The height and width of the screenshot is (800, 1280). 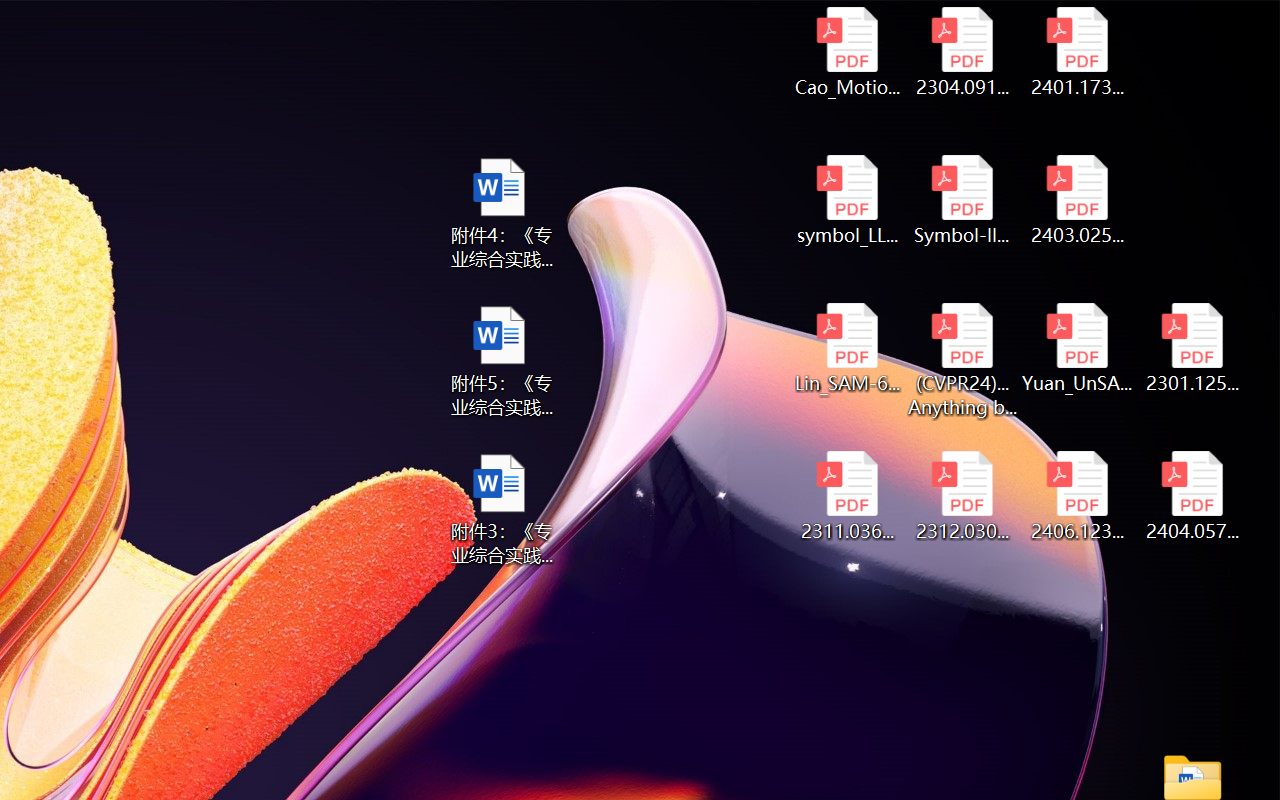 What do you see at coordinates (1076, 200) in the screenshot?
I see `'2403.02502v1.pdf'` at bounding box center [1076, 200].